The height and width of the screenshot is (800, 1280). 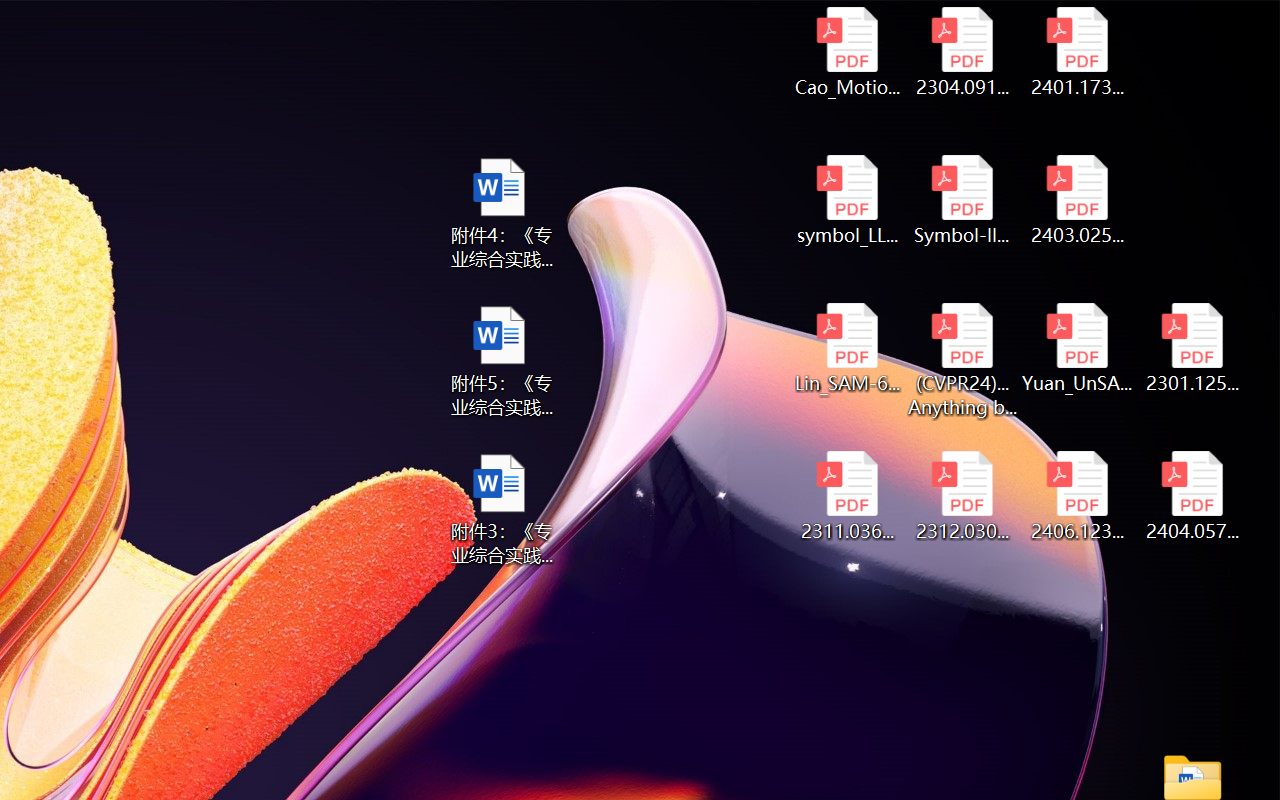 What do you see at coordinates (1076, 200) in the screenshot?
I see `'2403.02502v1.pdf'` at bounding box center [1076, 200].